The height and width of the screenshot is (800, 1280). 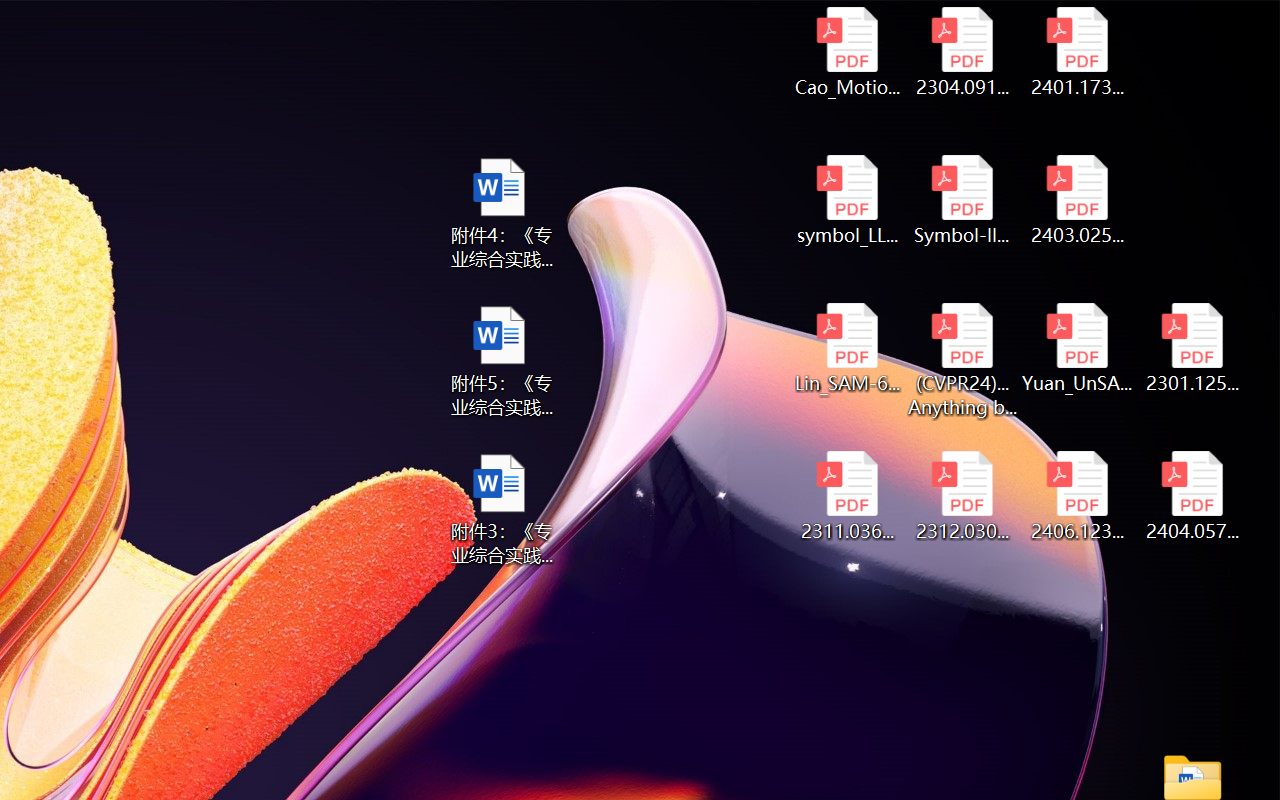 What do you see at coordinates (1076, 200) in the screenshot?
I see `'2403.02502v1.pdf'` at bounding box center [1076, 200].